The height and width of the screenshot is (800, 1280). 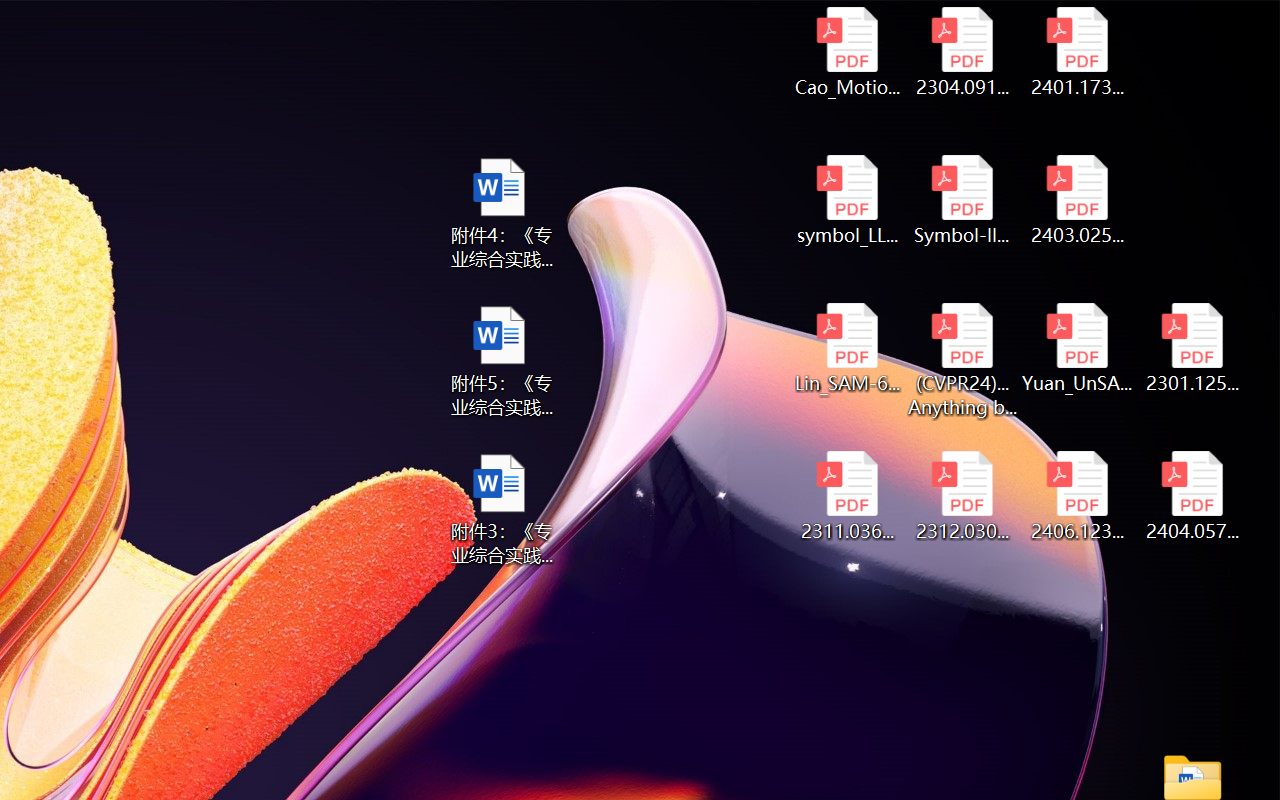 What do you see at coordinates (1076, 200) in the screenshot?
I see `'2403.02502v1.pdf'` at bounding box center [1076, 200].